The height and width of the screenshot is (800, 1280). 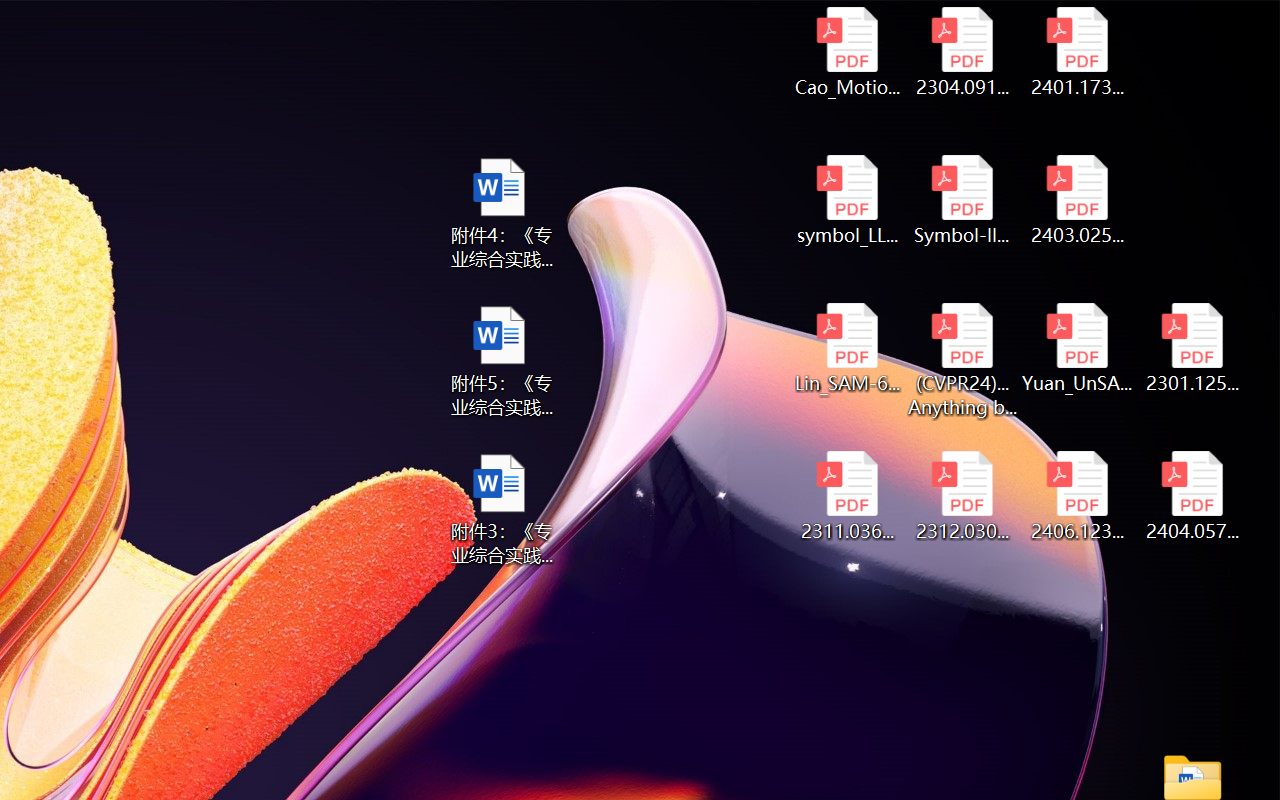 What do you see at coordinates (1076, 200) in the screenshot?
I see `'2403.02502v1.pdf'` at bounding box center [1076, 200].